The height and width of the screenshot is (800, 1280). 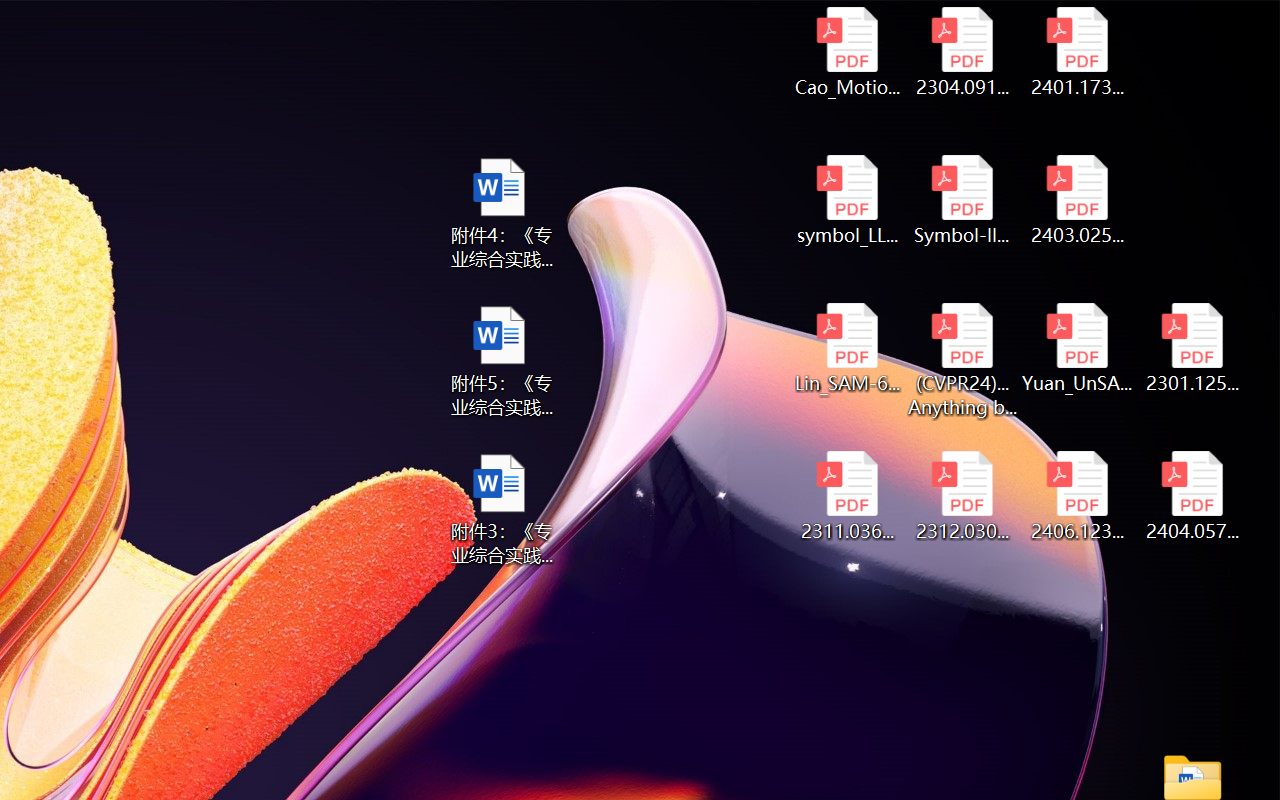 What do you see at coordinates (1076, 200) in the screenshot?
I see `'2403.02502v1.pdf'` at bounding box center [1076, 200].